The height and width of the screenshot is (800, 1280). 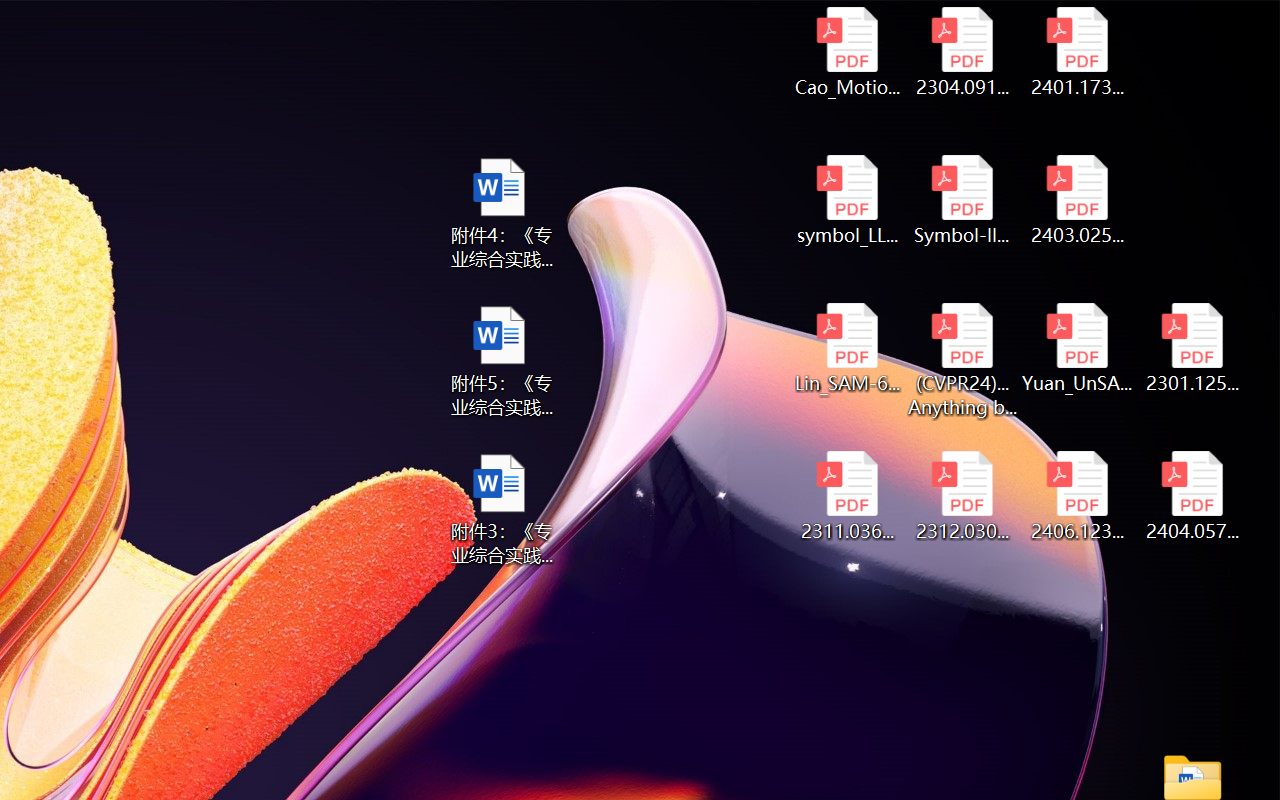 What do you see at coordinates (1076, 200) in the screenshot?
I see `'2403.02502v1.pdf'` at bounding box center [1076, 200].